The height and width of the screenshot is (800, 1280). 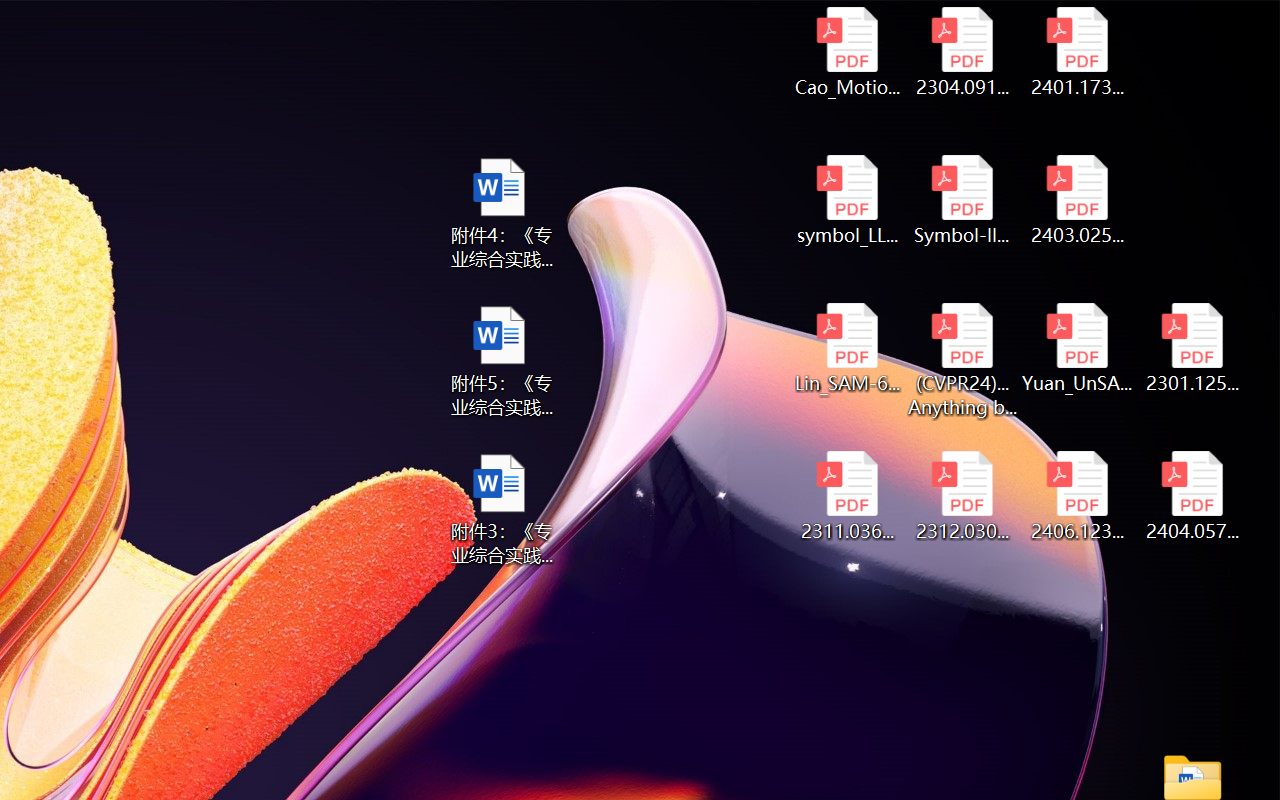 What do you see at coordinates (1076, 200) in the screenshot?
I see `'2403.02502v1.pdf'` at bounding box center [1076, 200].